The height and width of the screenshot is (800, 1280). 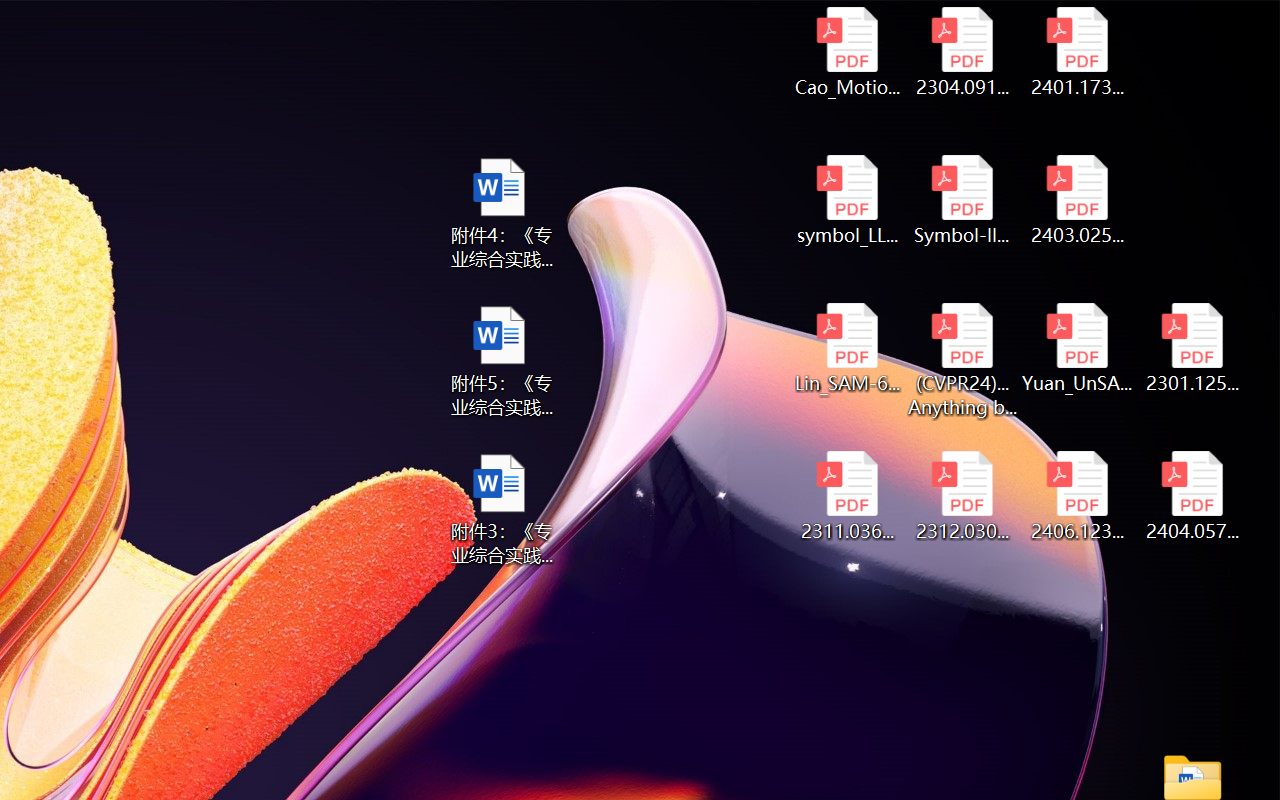 What do you see at coordinates (1076, 200) in the screenshot?
I see `'2403.02502v1.pdf'` at bounding box center [1076, 200].